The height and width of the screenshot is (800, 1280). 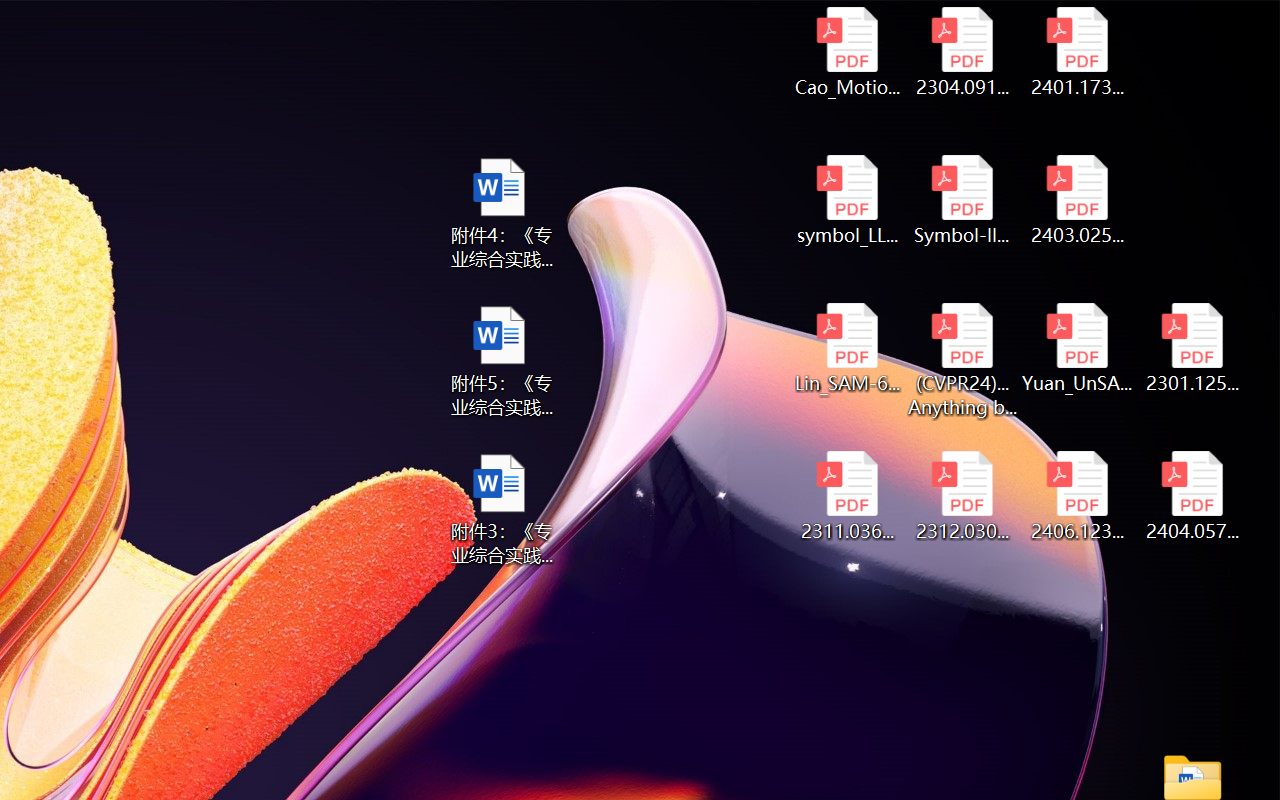 What do you see at coordinates (1076, 200) in the screenshot?
I see `'2403.02502v1.pdf'` at bounding box center [1076, 200].